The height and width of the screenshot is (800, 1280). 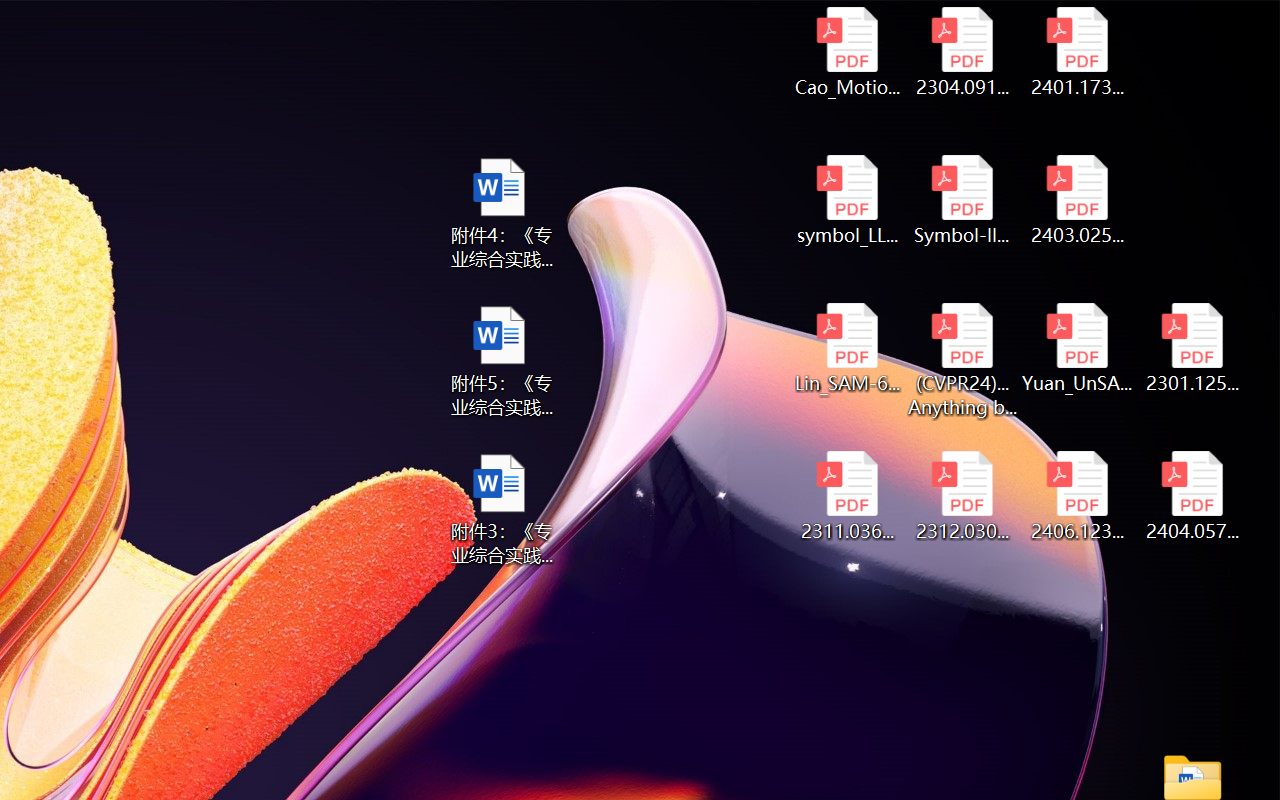 What do you see at coordinates (1076, 200) in the screenshot?
I see `'2403.02502v1.pdf'` at bounding box center [1076, 200].